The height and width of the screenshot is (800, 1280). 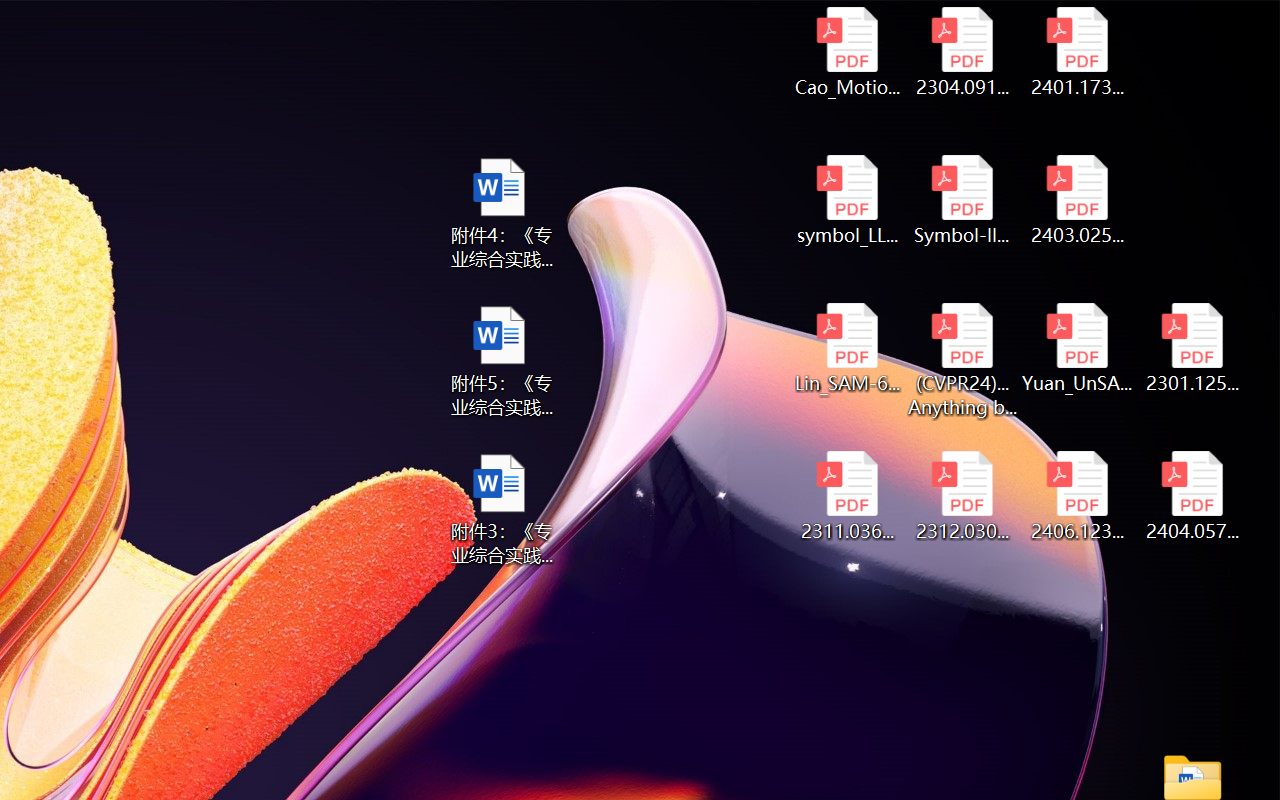 What do you see at coordinates (1076, 200) in the screenshot?
I see `'2403.02502v1.pdf'` at bounding box center [1076, 200].